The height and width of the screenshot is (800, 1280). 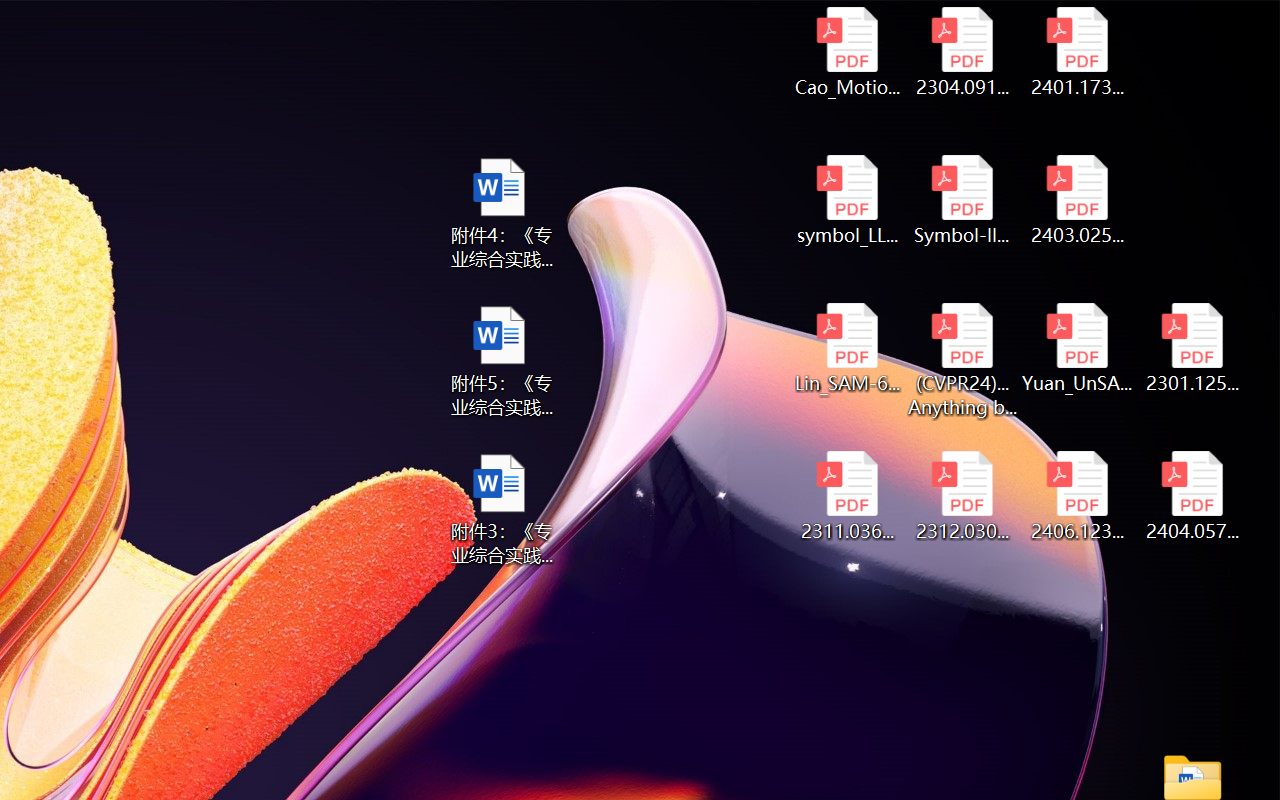 What do you see at coordinates (1076, 200) in the screenshot?
I see `'2403.02502v1.pdf'` at bounding box center [1076, 200].